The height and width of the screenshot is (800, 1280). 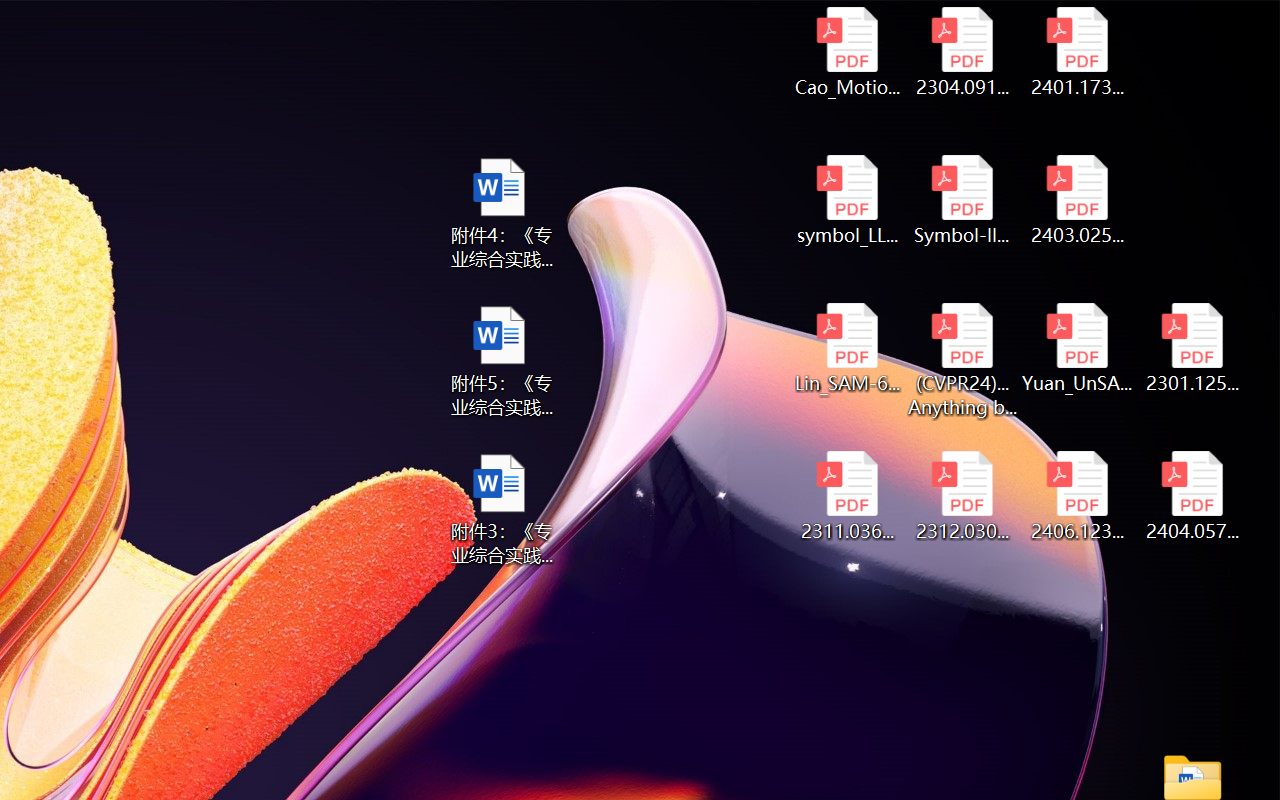 What do you see at coordinates (1076, 200) in the screenshot?
I see `'2403.02502v1.pdf'` at bounding box center [1076, 200].